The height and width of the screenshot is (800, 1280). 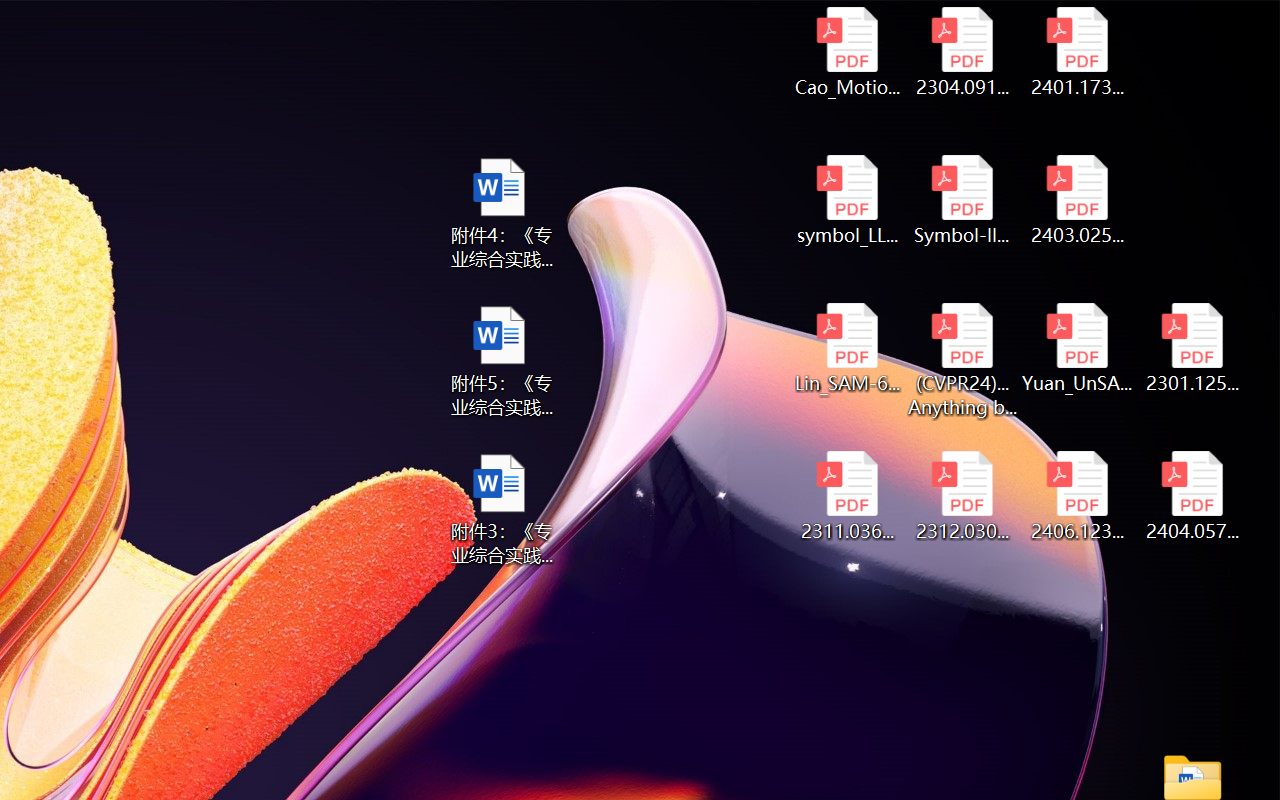 What do you see at coordinates (1076, 200) in the screenshot?
I see `'2403.02502v1.pdf'` at bounding box center [1076, 200].